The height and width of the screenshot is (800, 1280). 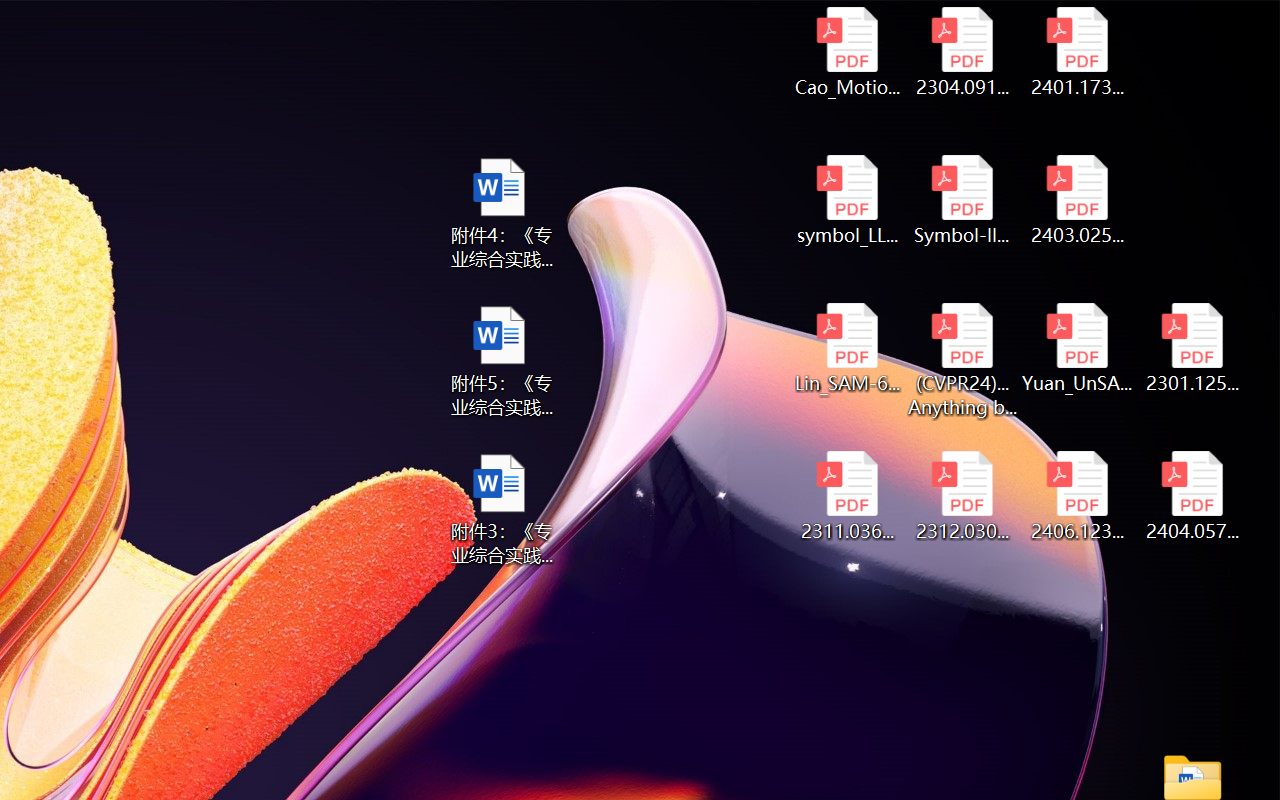 What do you see at coordinates (1076, 200) in the screenshot?
I see `'2403.02502v1.pdf'` at bounding box center [1076, 200].